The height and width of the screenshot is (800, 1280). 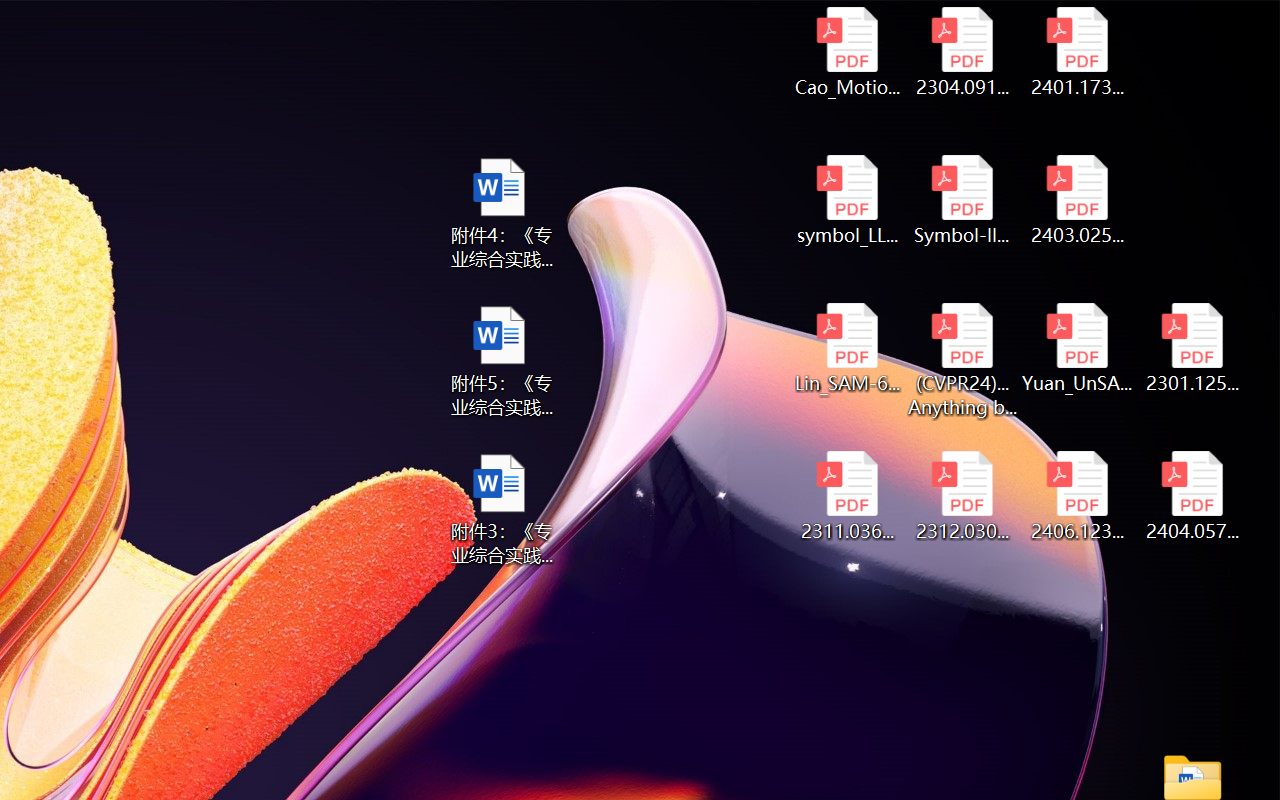 What do you see at coordinates (1076, 200) in the screenshot?
I see `'2403.02502v1.pdf'` at bounding box center [1076, 200].